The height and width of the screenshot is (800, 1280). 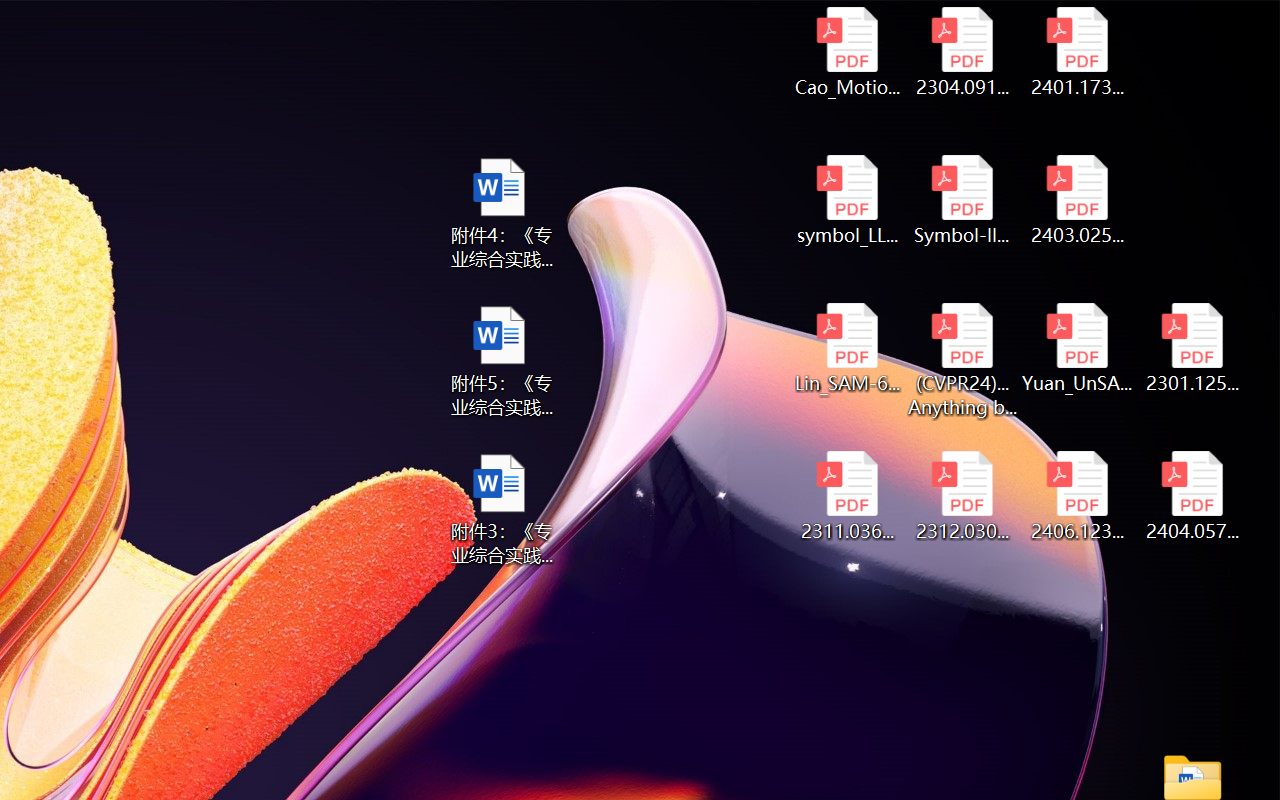 What do you see at coordinates (1076, 200) in the screenshot?
I see `'2403.02502v1.pdf'` at bounding box center [1076, 200].